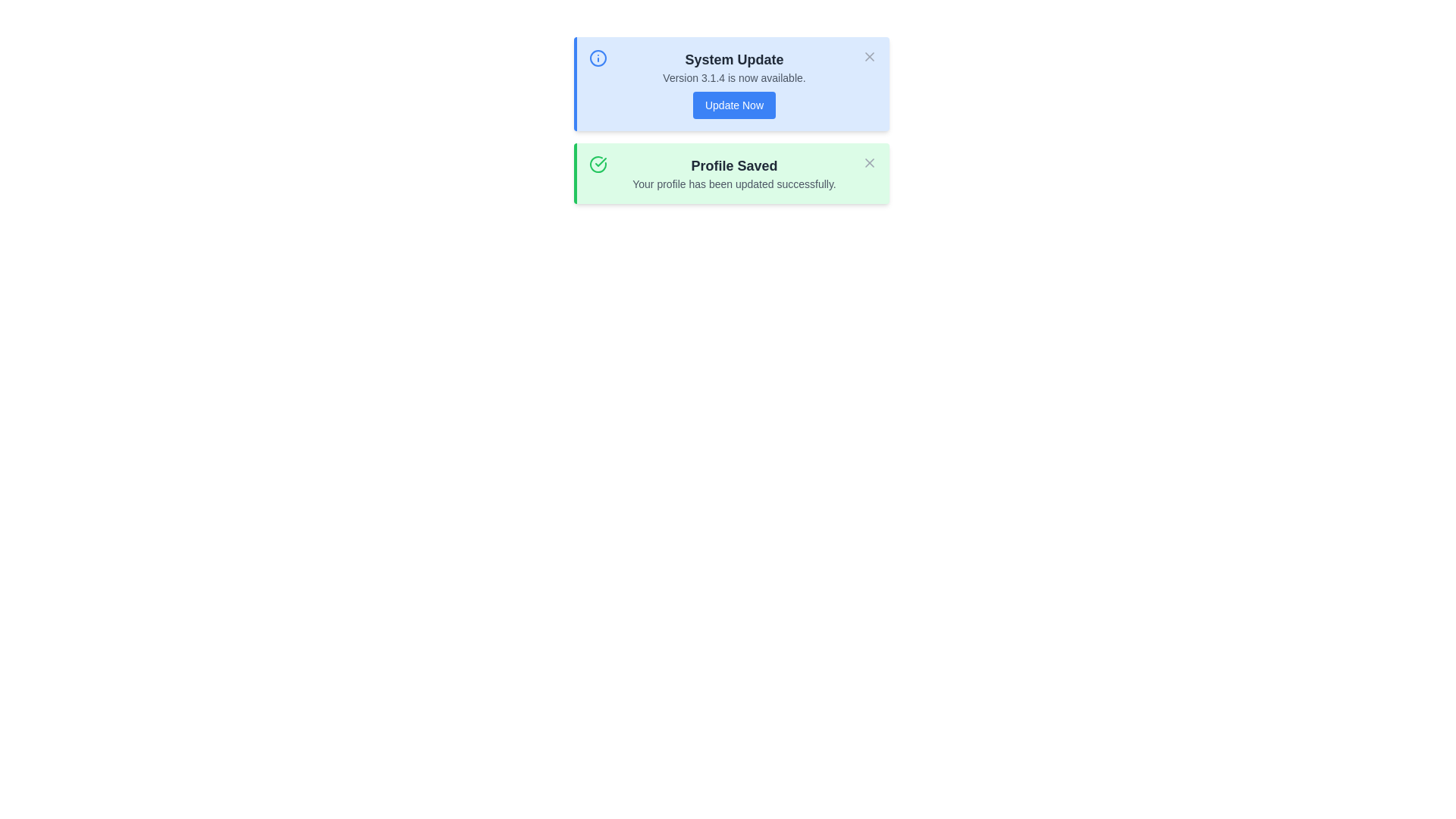 The width and height of the screenshot is (1456, 819). What do you see at coordinates (597, 164) in the screenshot?
I see `the success notification icon indicating 'Profile Saved' by moving the cursor to its center` at bounding box center [597, 164].